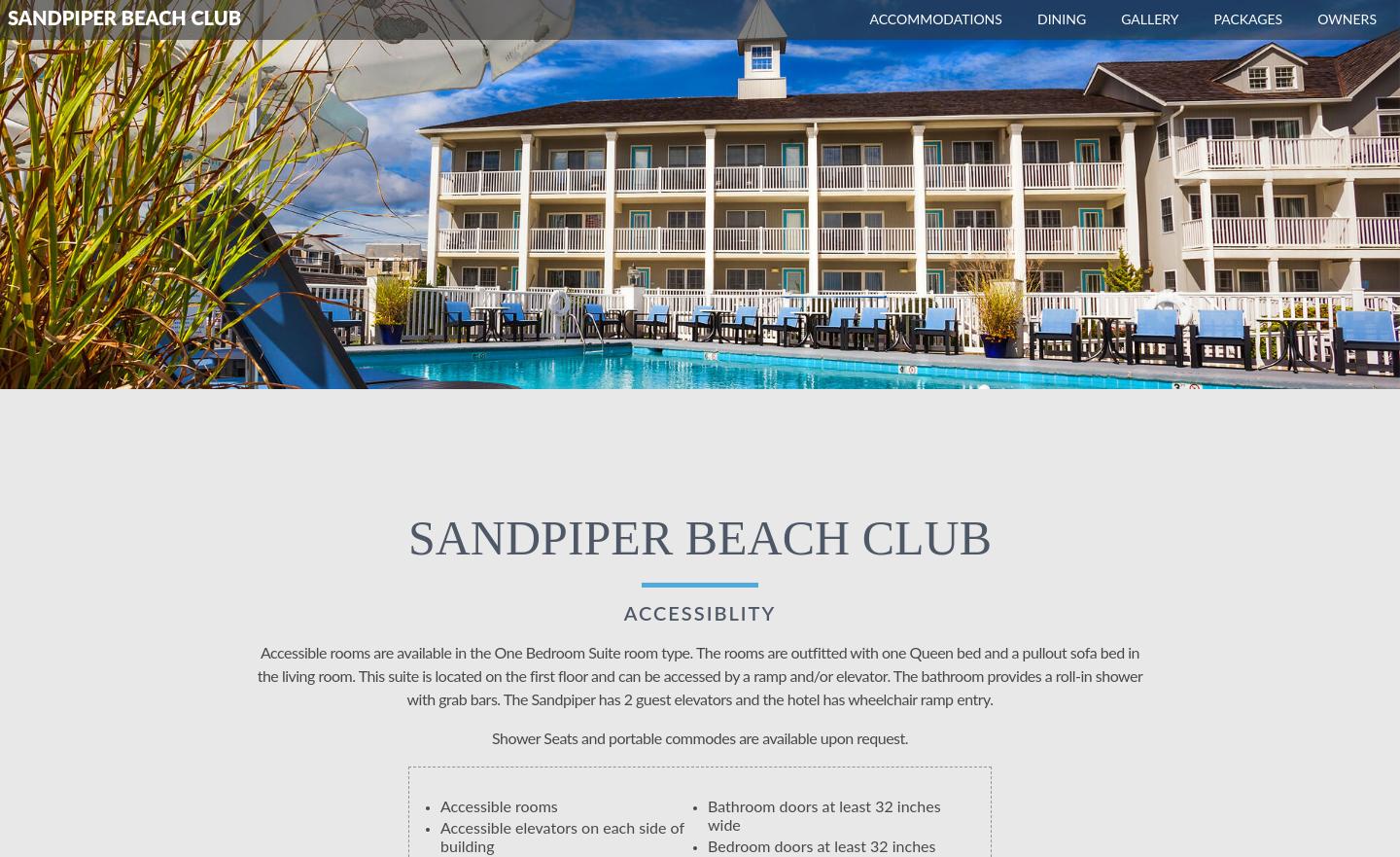 This screenshot has width=1400, height=857. Describe the element at coordinates (555, 38) in the screenshot. I see `'Pridwin Activities Calendar'` at that location.